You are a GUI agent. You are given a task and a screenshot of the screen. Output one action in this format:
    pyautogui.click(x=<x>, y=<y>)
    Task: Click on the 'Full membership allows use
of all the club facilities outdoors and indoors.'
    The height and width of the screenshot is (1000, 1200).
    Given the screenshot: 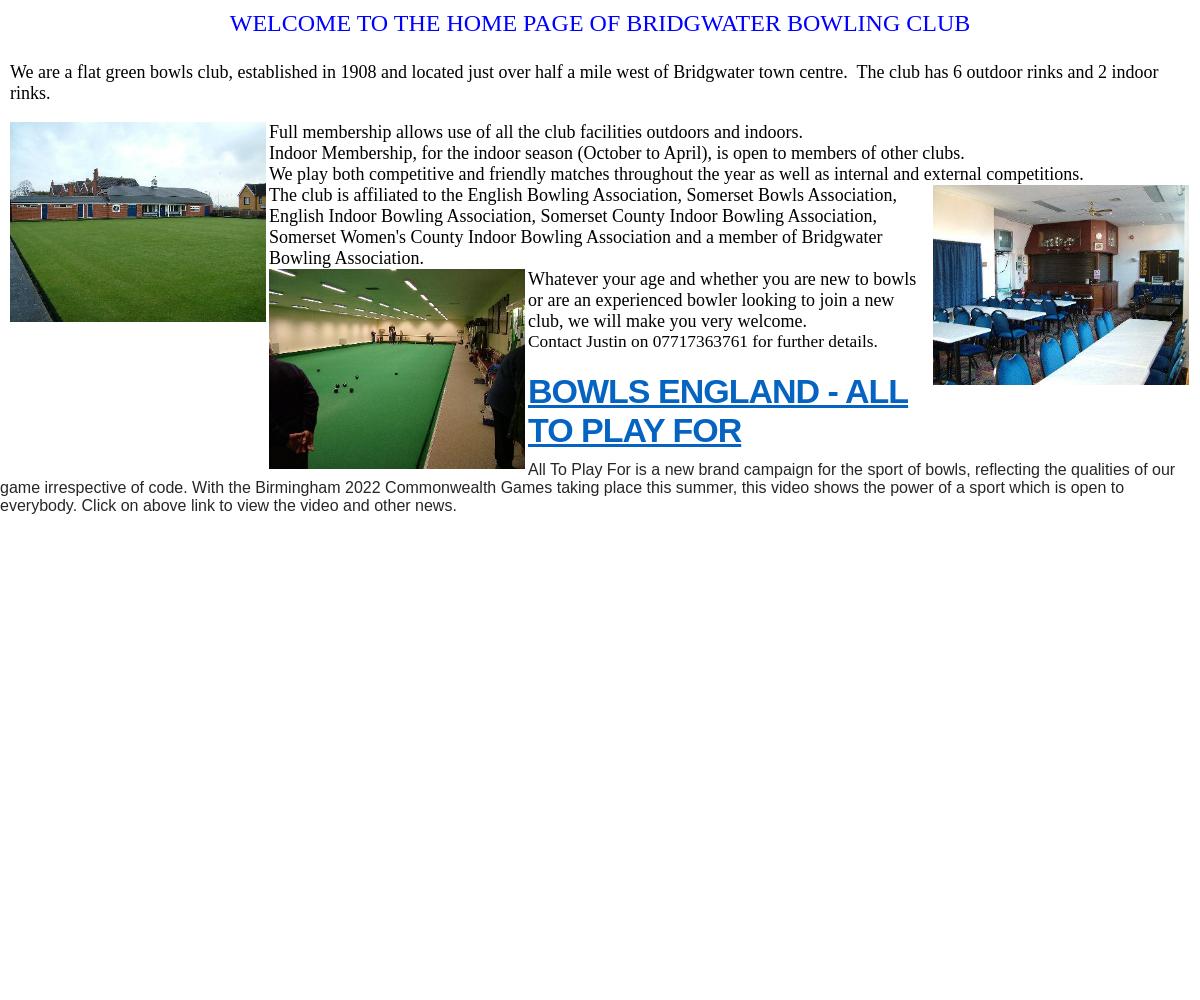 What is the action you would take?
    pyautogui.click(x=534, y=132)
    